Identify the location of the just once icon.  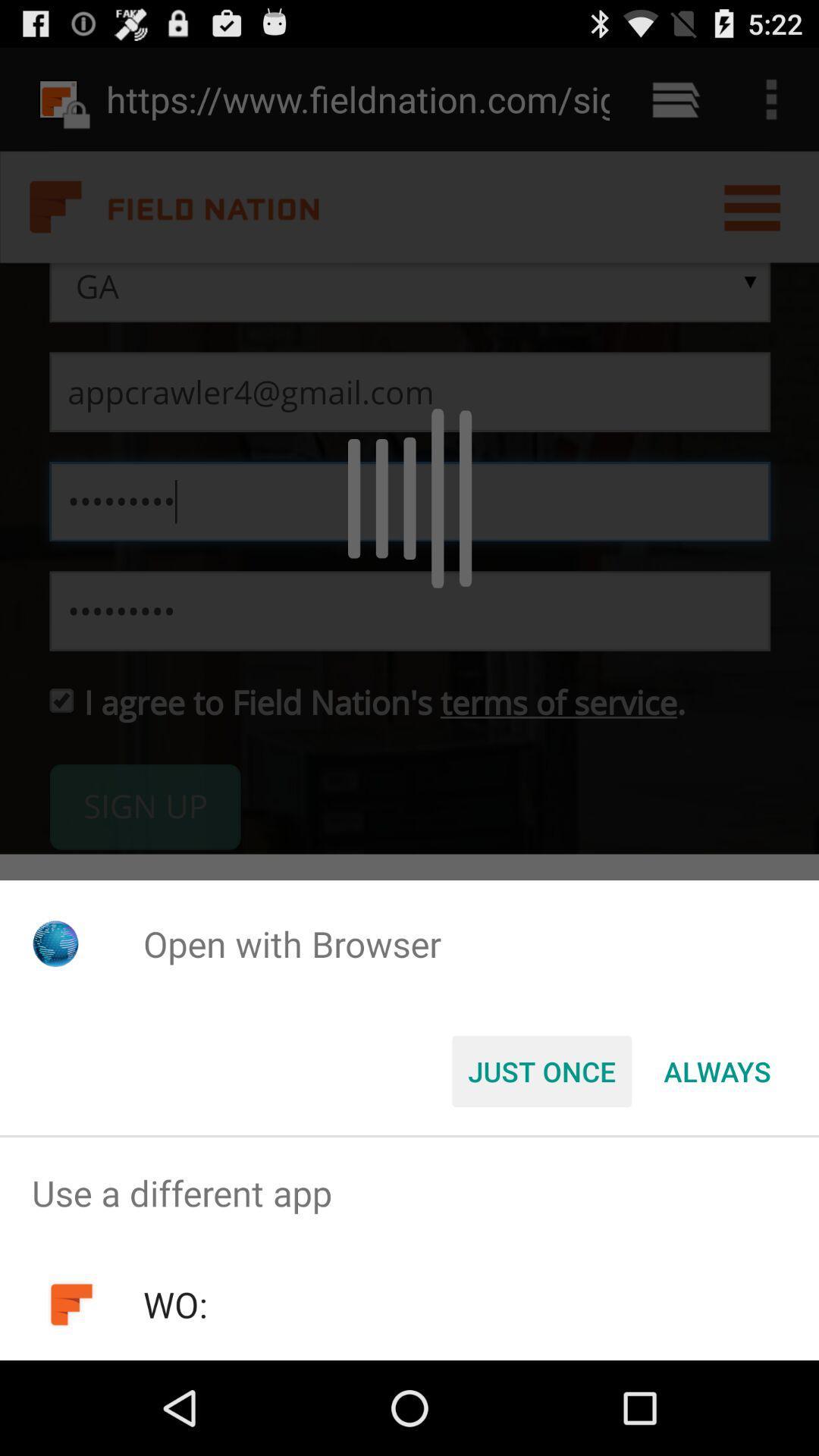
(541, 1070).